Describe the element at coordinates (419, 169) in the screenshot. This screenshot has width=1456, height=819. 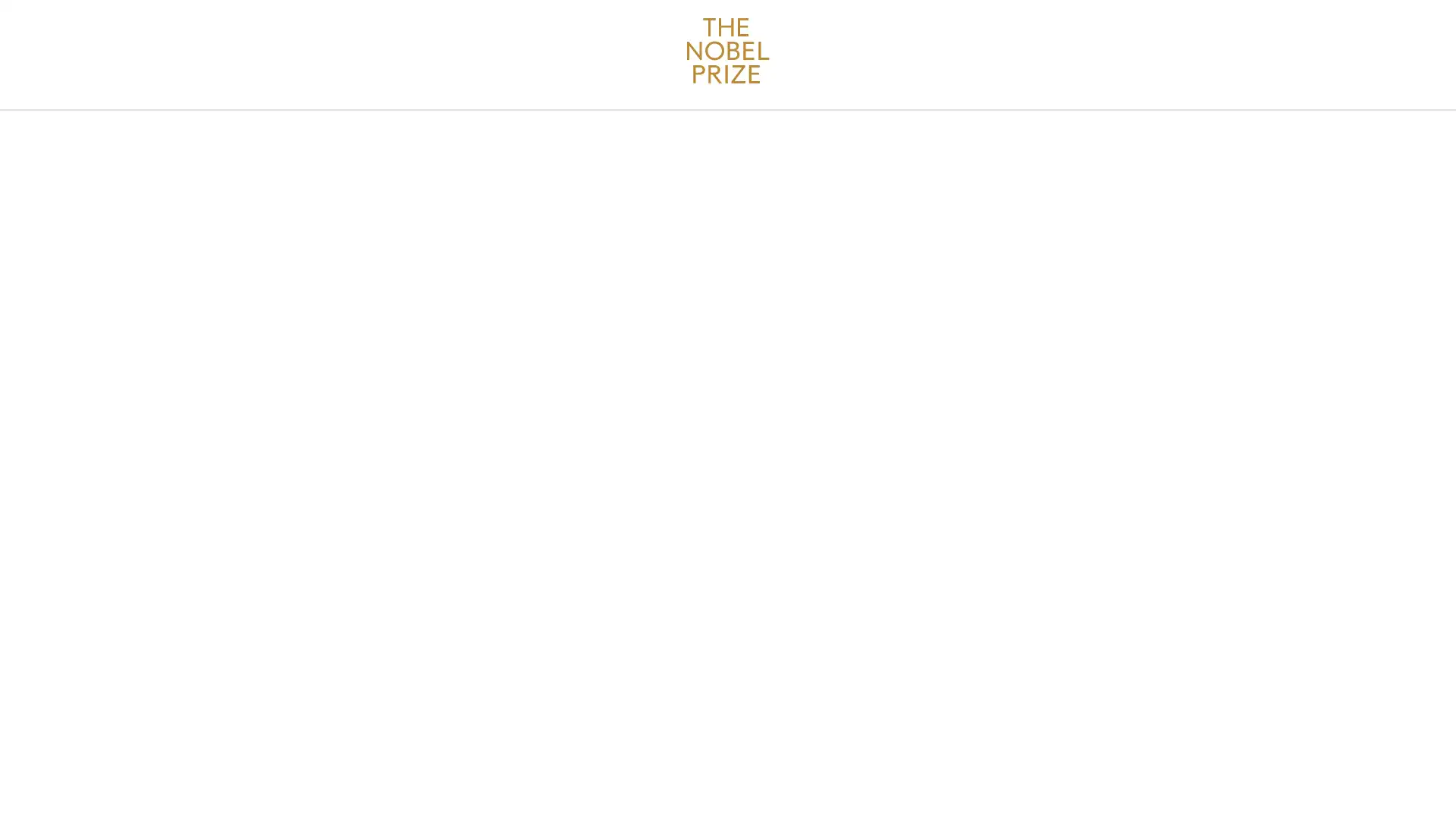
I see `Economic Sciences` at that location.